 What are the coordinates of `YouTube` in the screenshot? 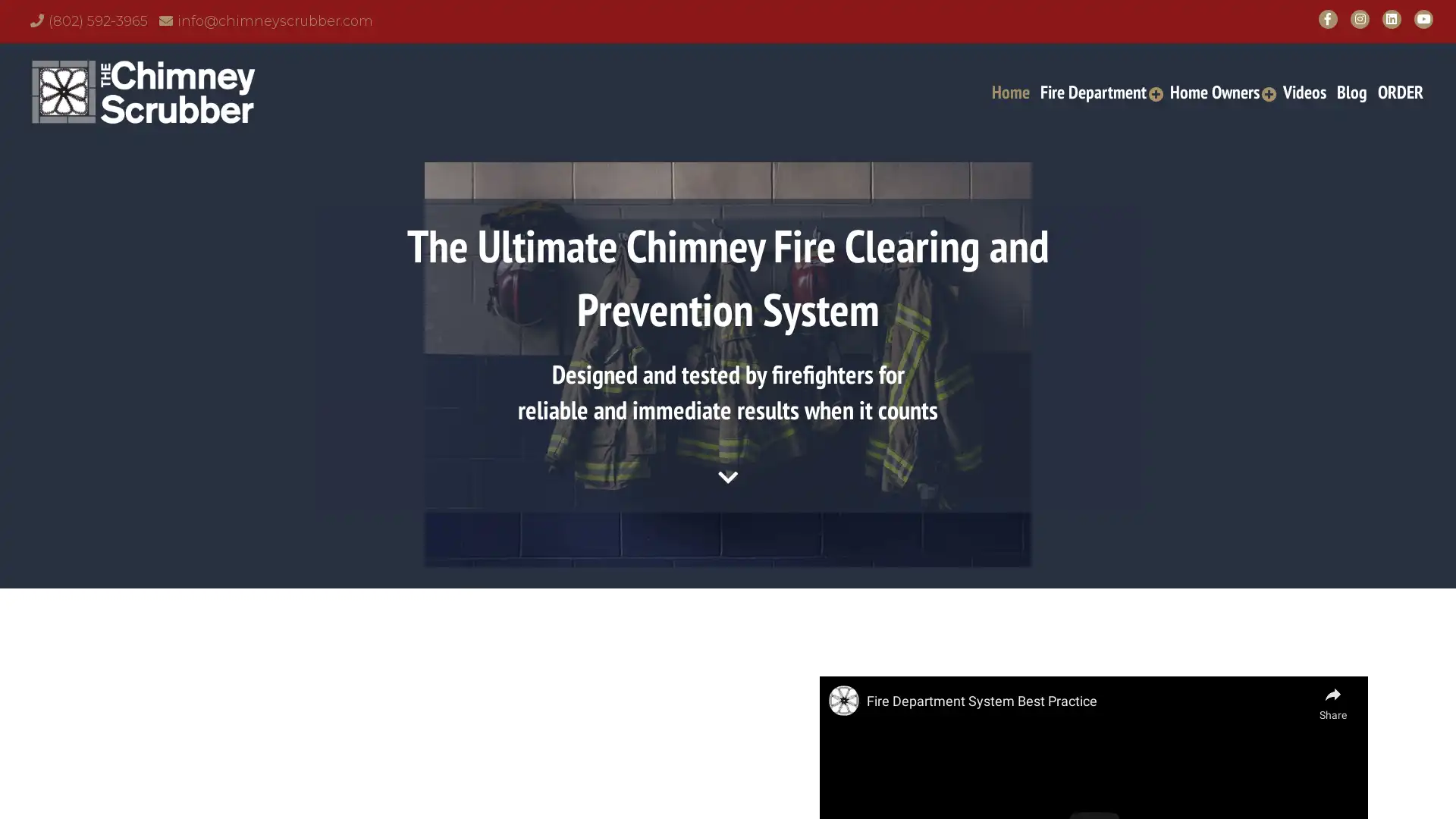 It's located at (1423, 17).